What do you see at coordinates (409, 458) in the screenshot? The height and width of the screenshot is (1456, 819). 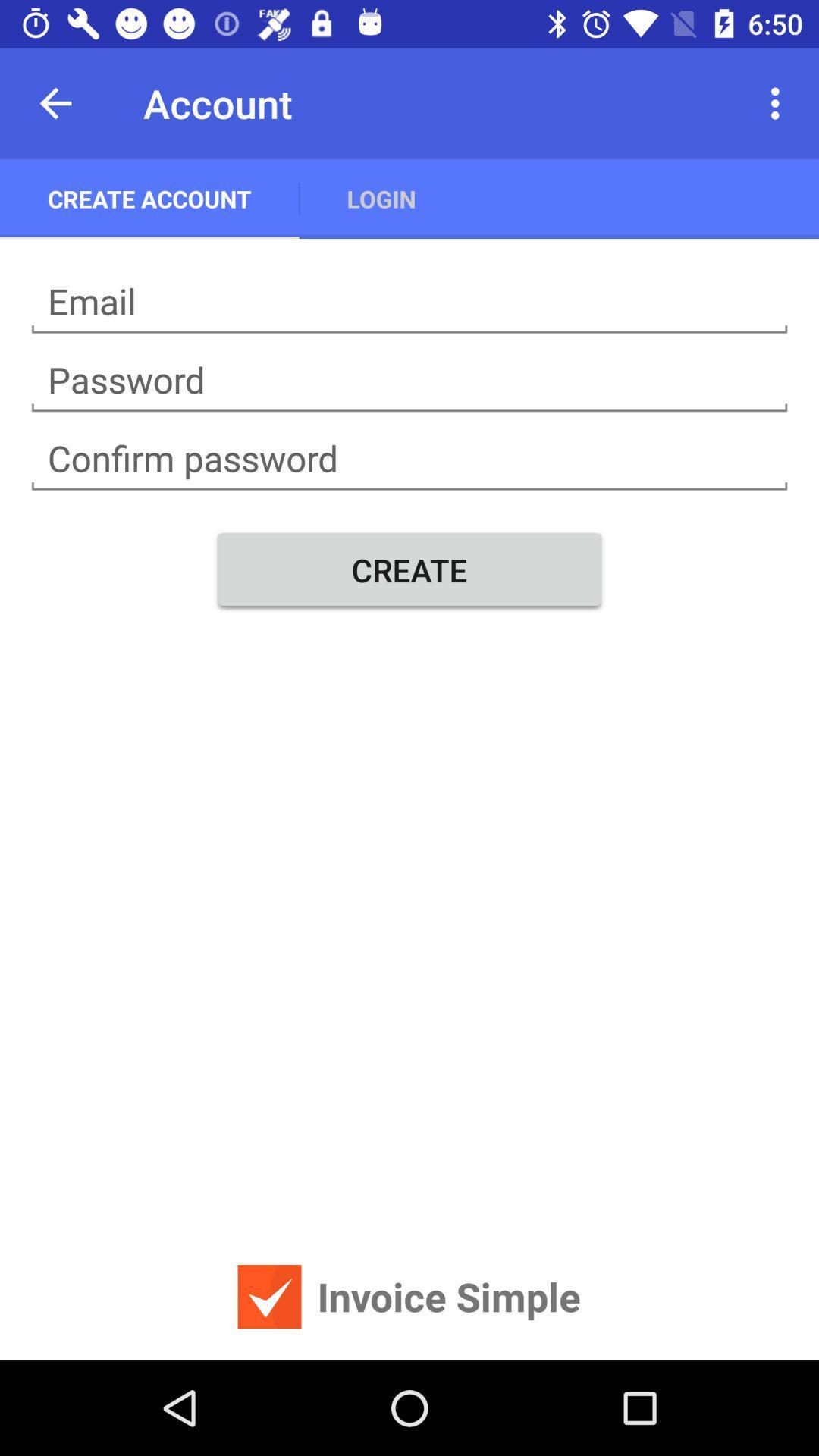 I see `confirm password` at bounding box center [409, 458].